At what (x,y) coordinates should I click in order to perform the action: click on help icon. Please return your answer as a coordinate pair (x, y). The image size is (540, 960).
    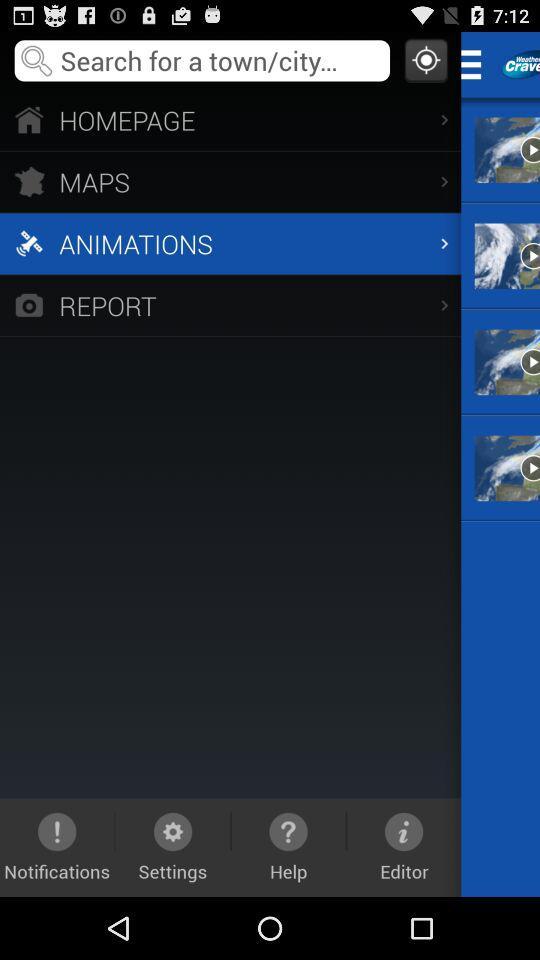
    Looking at the image, I should click on (287, 846).